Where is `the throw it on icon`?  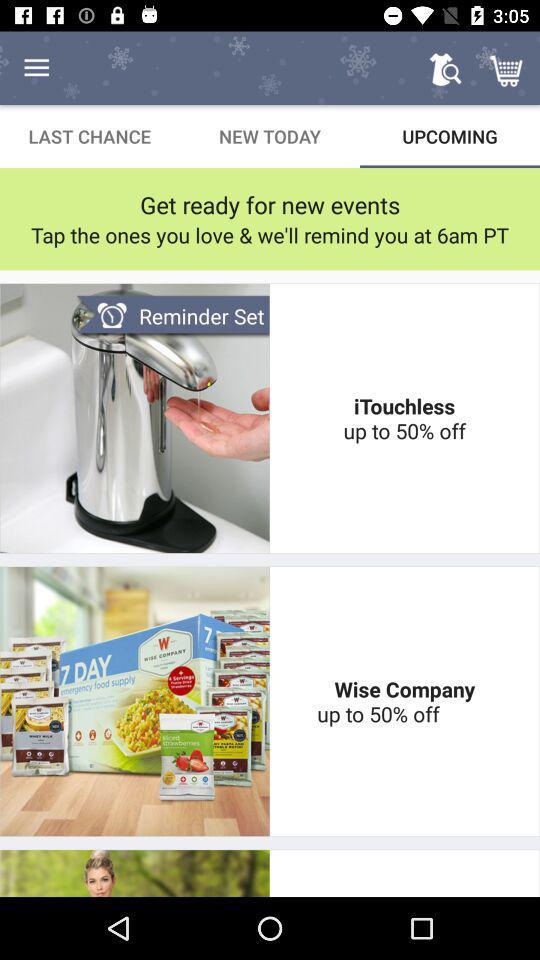 the throw it on icon is located at coordinates (404, 872).